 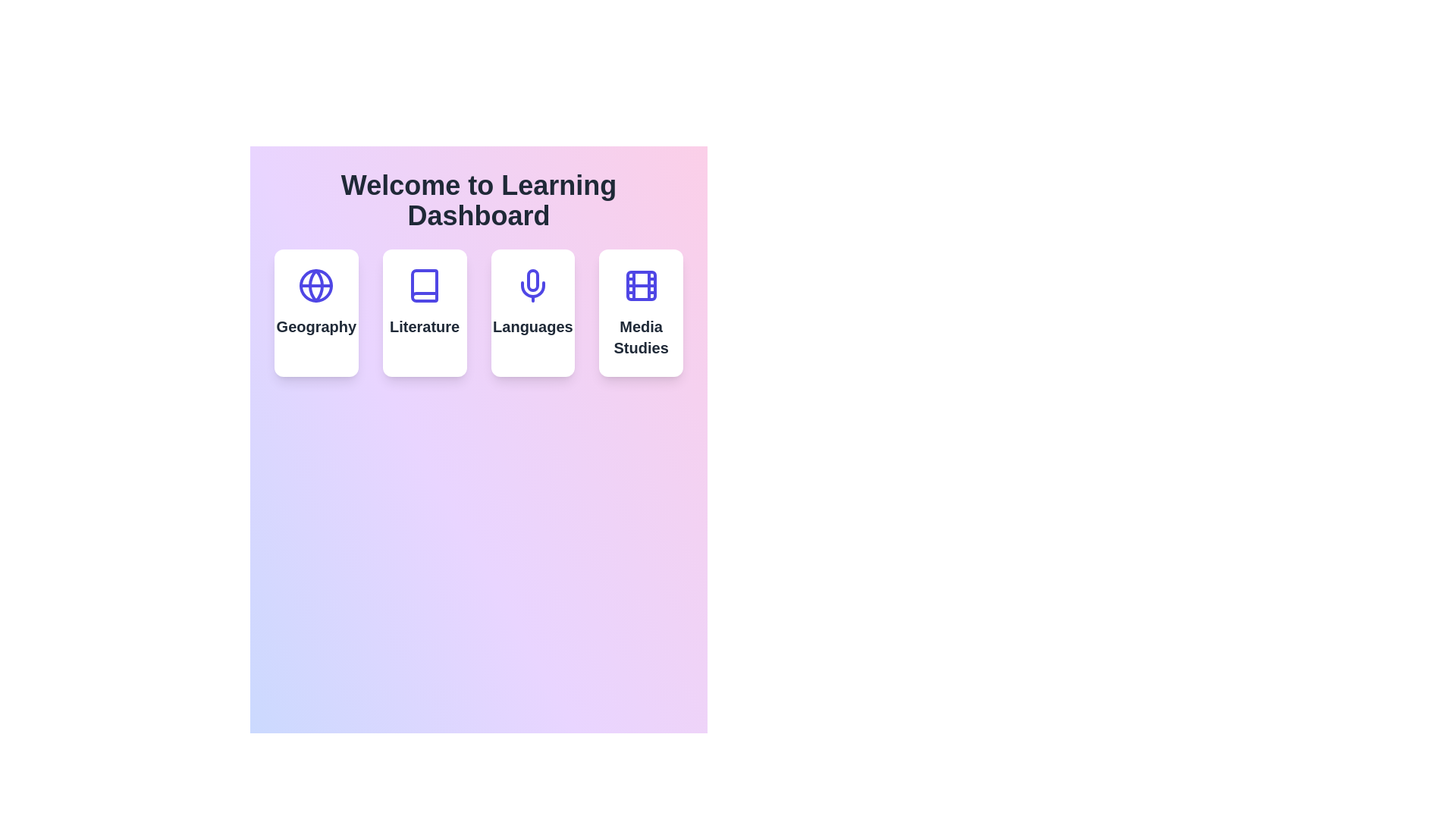 I want to click on the microphone icon, which is outlined in blue and positioned above the 'Languages' text in the third card of a 4-card grid layout, so click(x=532, y=286).